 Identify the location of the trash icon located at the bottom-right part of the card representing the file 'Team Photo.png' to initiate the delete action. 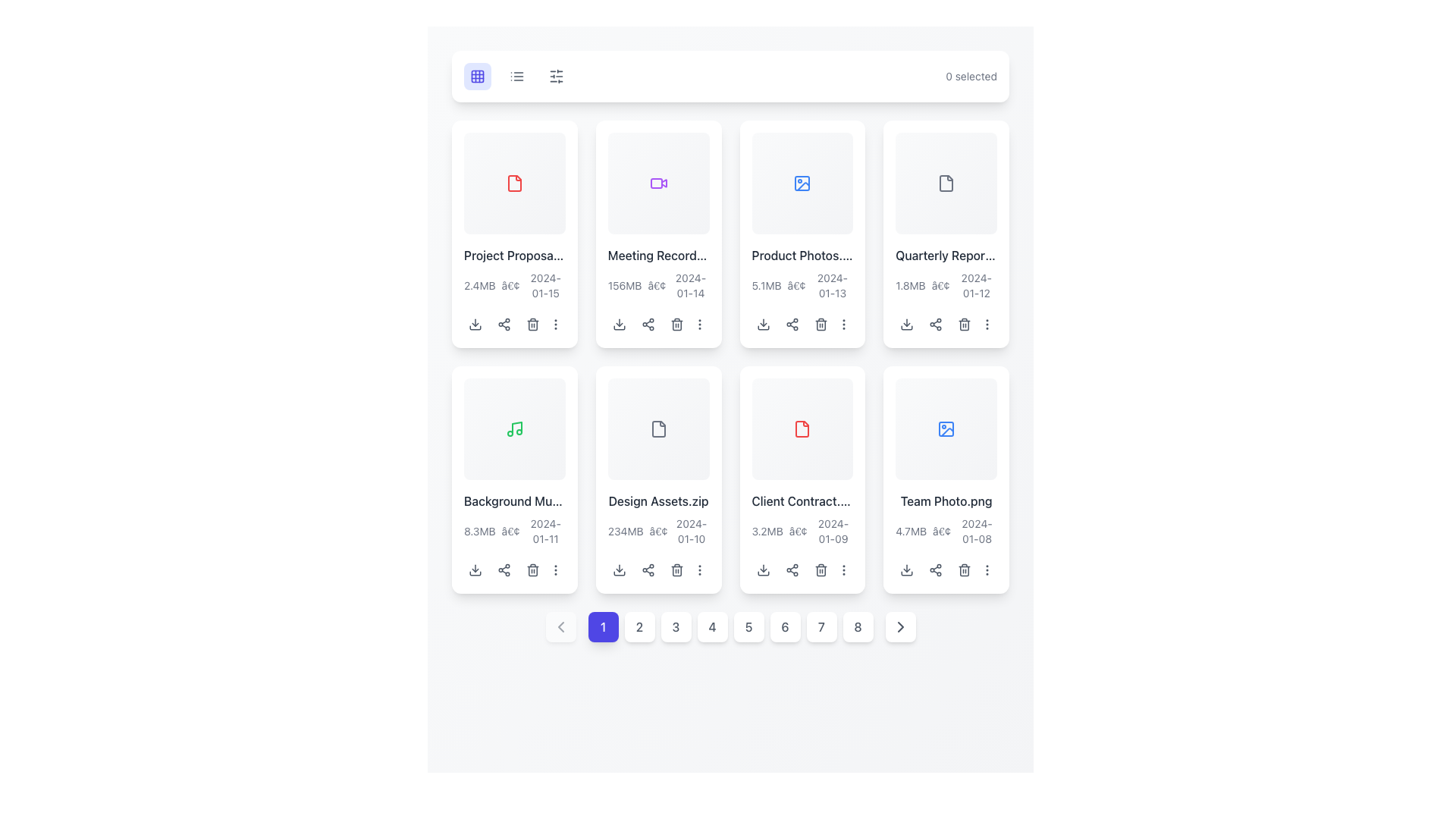
(964, 570).